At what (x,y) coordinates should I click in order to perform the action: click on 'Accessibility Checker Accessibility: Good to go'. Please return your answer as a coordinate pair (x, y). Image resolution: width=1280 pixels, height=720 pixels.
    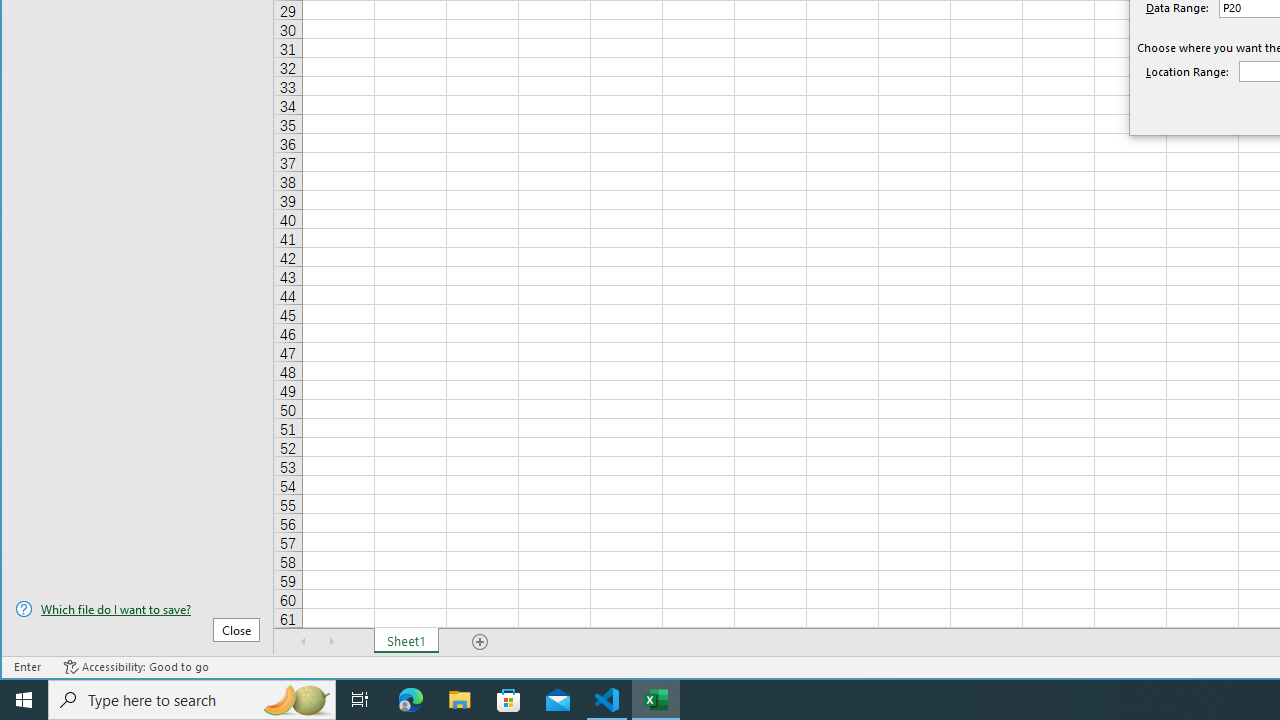
    Looking at the image, I should click on (135, 667).